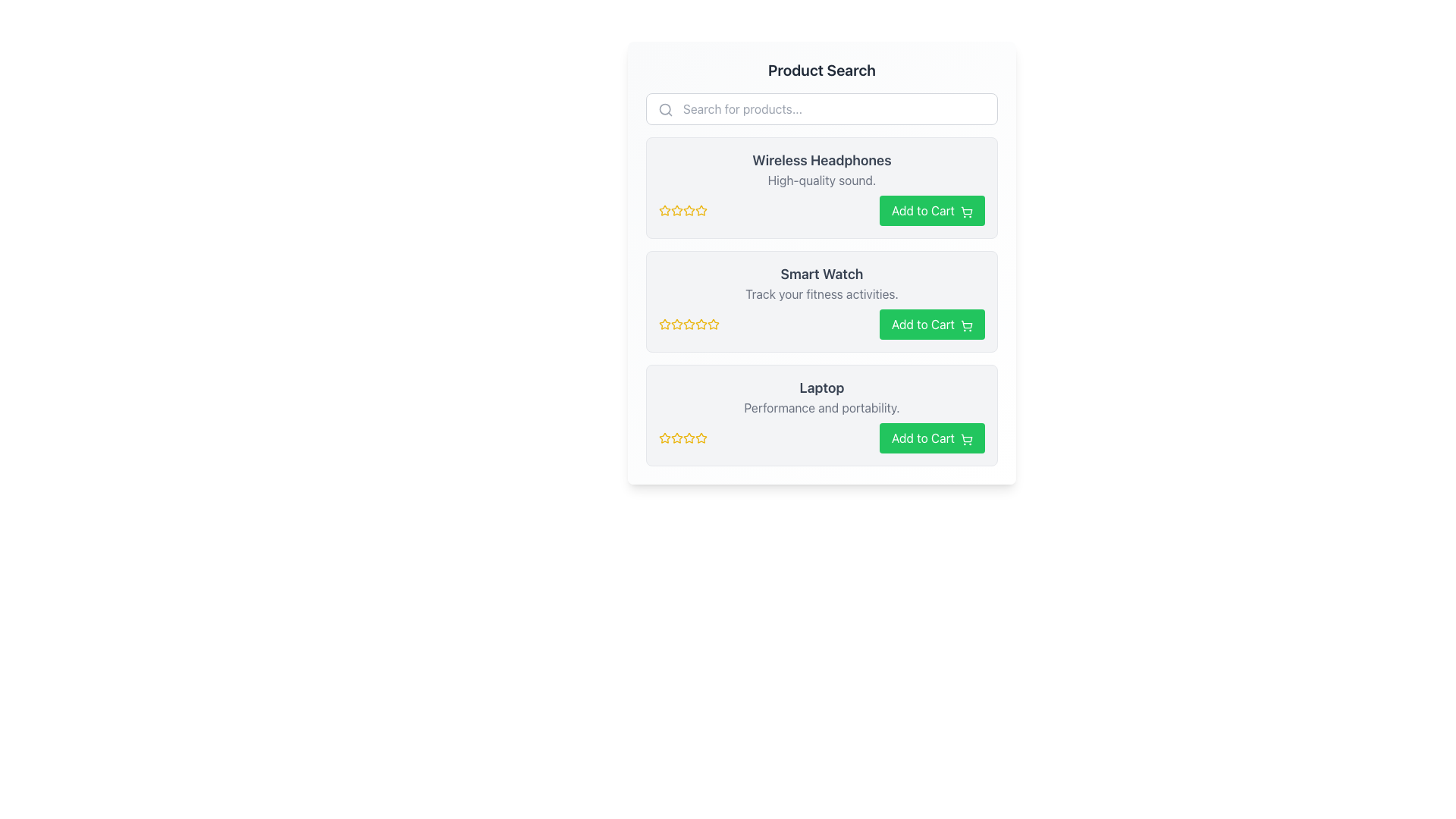  Describe the element at coordinates (688, 210) in the screenshot. I see `the third star icon in the rating system of the 'Wireless Headphones' product card for accessibility purposes` at that location.